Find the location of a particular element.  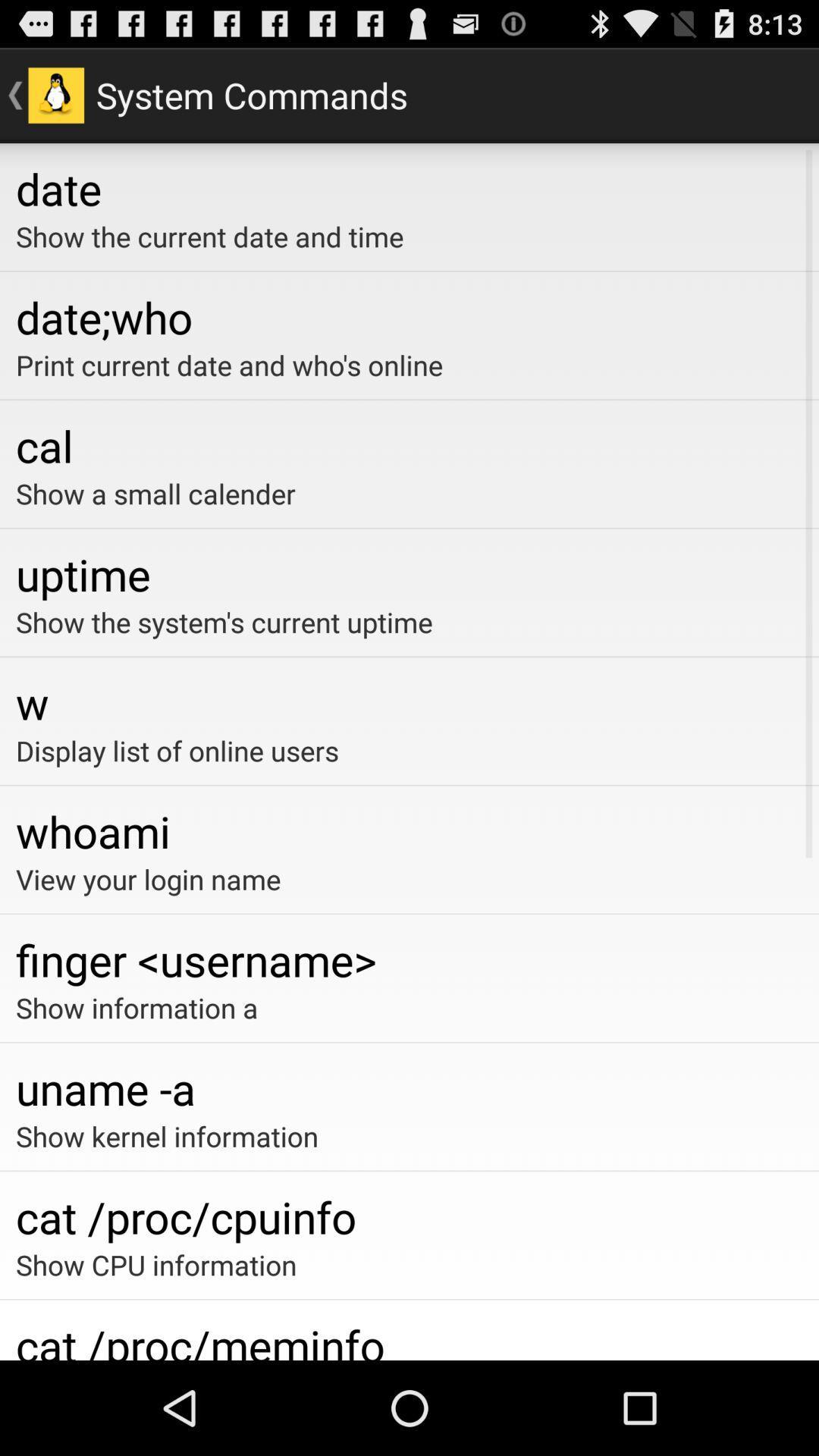

icon above the view your login icon is located at coordinates (409, 830).